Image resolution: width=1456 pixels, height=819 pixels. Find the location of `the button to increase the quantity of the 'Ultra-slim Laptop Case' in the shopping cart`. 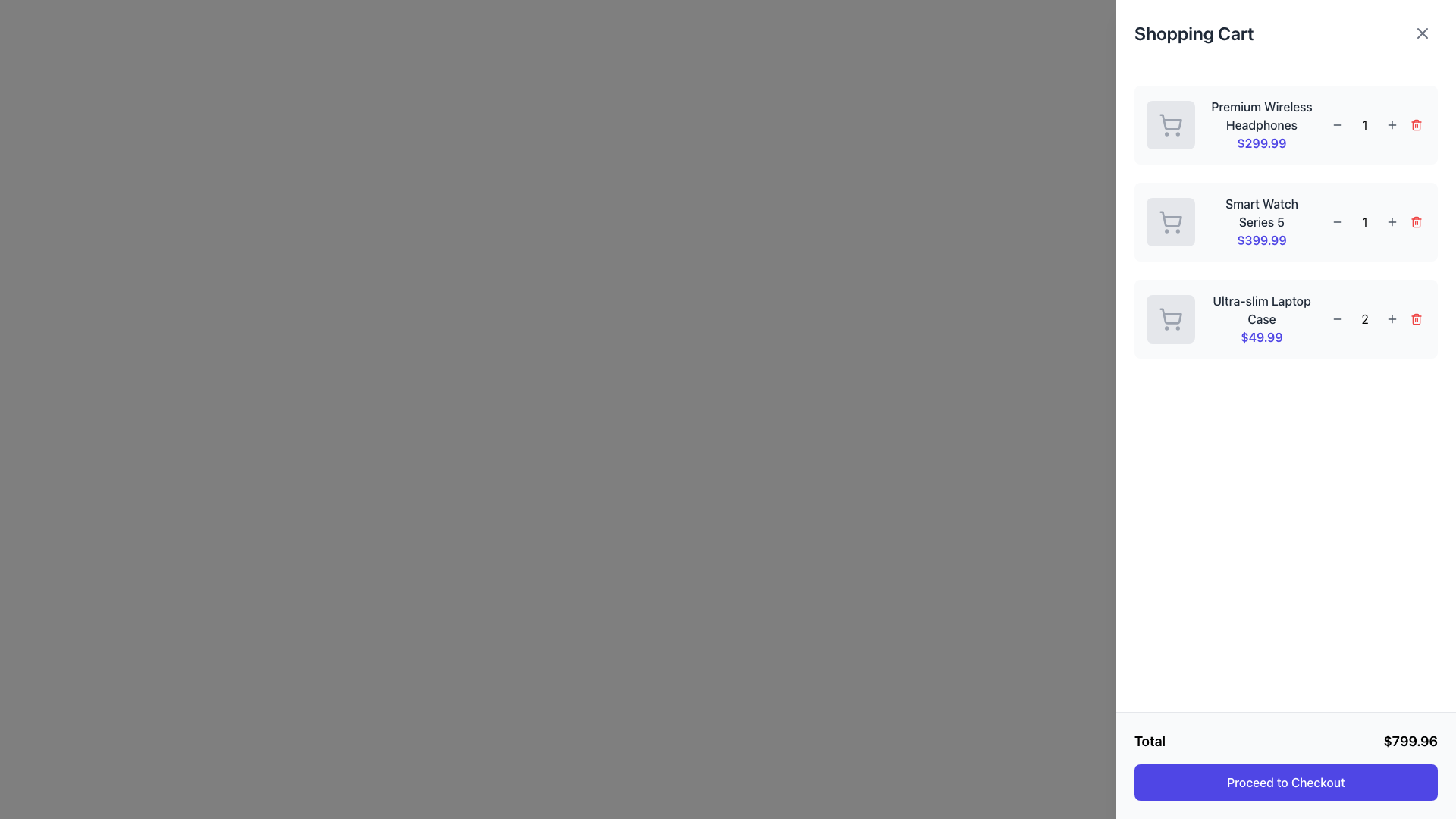

the button to increase the quantity of the 'Ultra-slim Laptop Case' in the shopping cart is located at coordinates (1392, 318).